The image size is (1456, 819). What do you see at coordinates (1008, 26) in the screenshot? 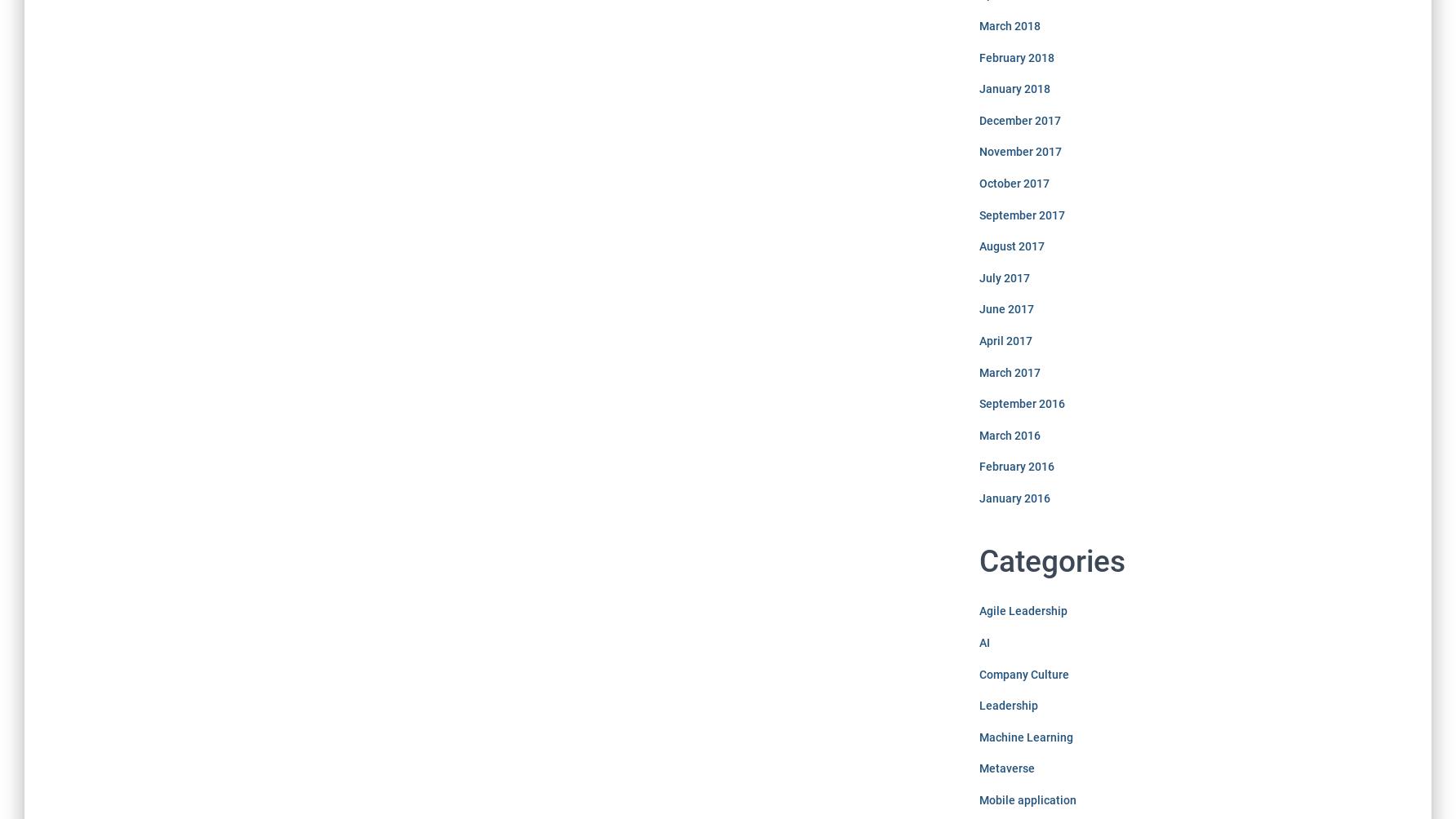
I see `'March 2018'` at bounding box center [1008, 26].